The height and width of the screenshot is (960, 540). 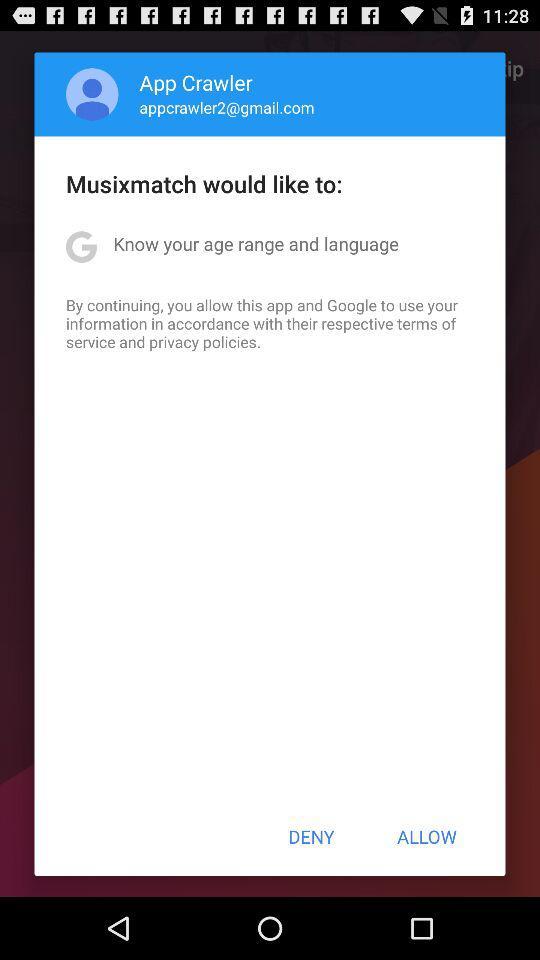 I want to click on appcrawler2@gmail.com icon, so click(x=226, y=107).